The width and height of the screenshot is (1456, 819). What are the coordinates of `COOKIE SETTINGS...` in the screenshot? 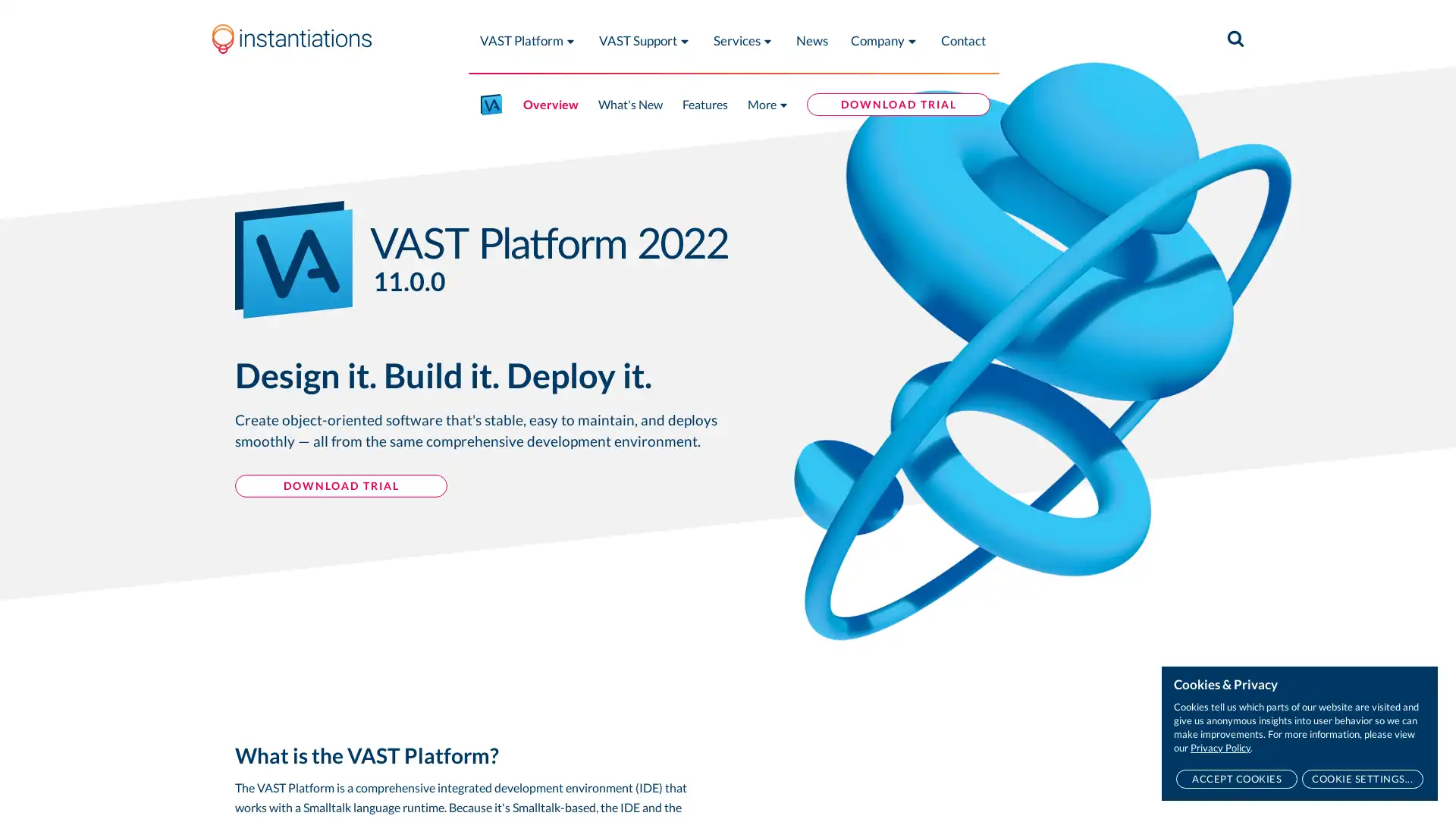 It's located at (1362, 779).